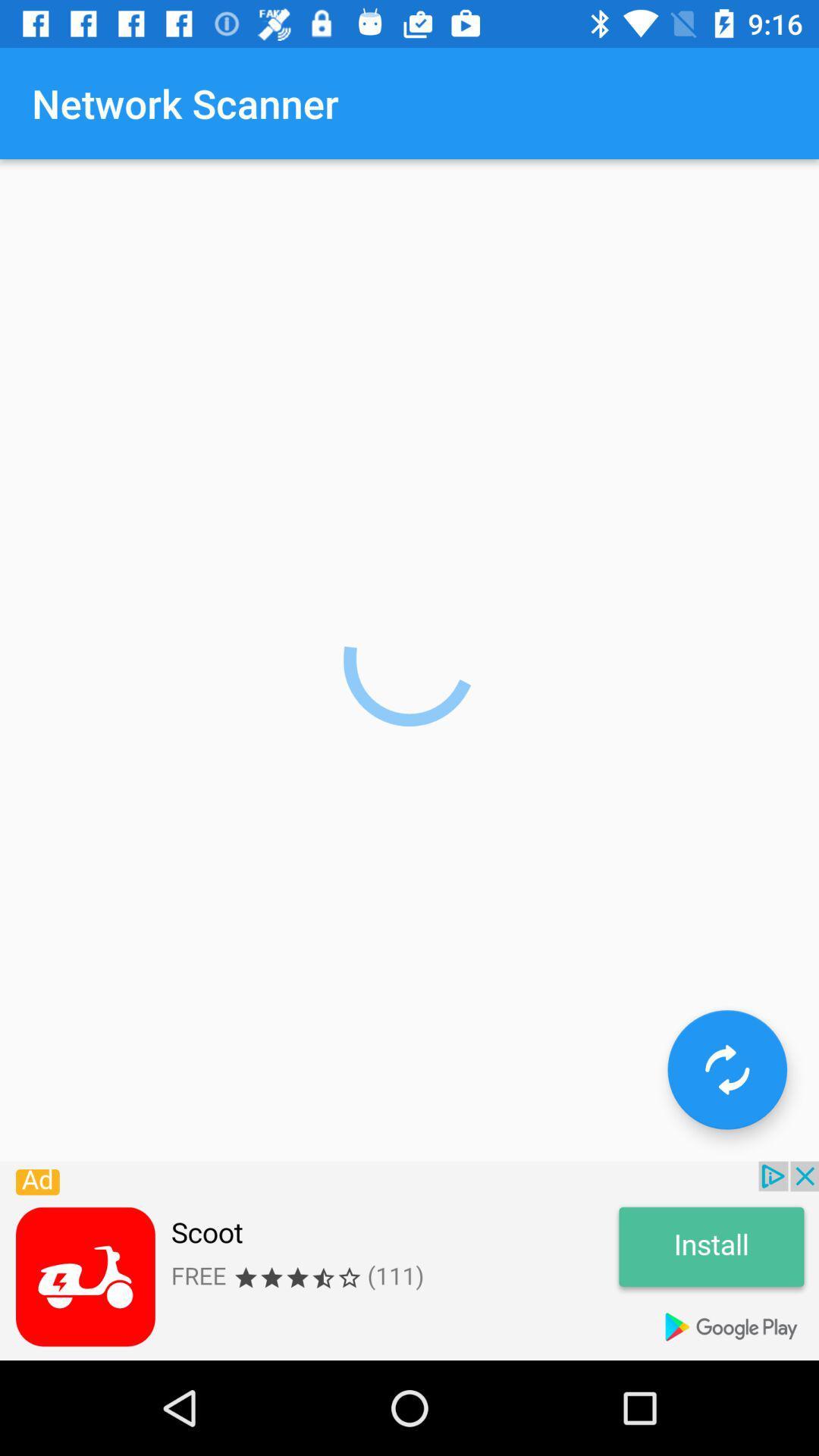  I want to click on the refresh icon, so click(726, 1068).